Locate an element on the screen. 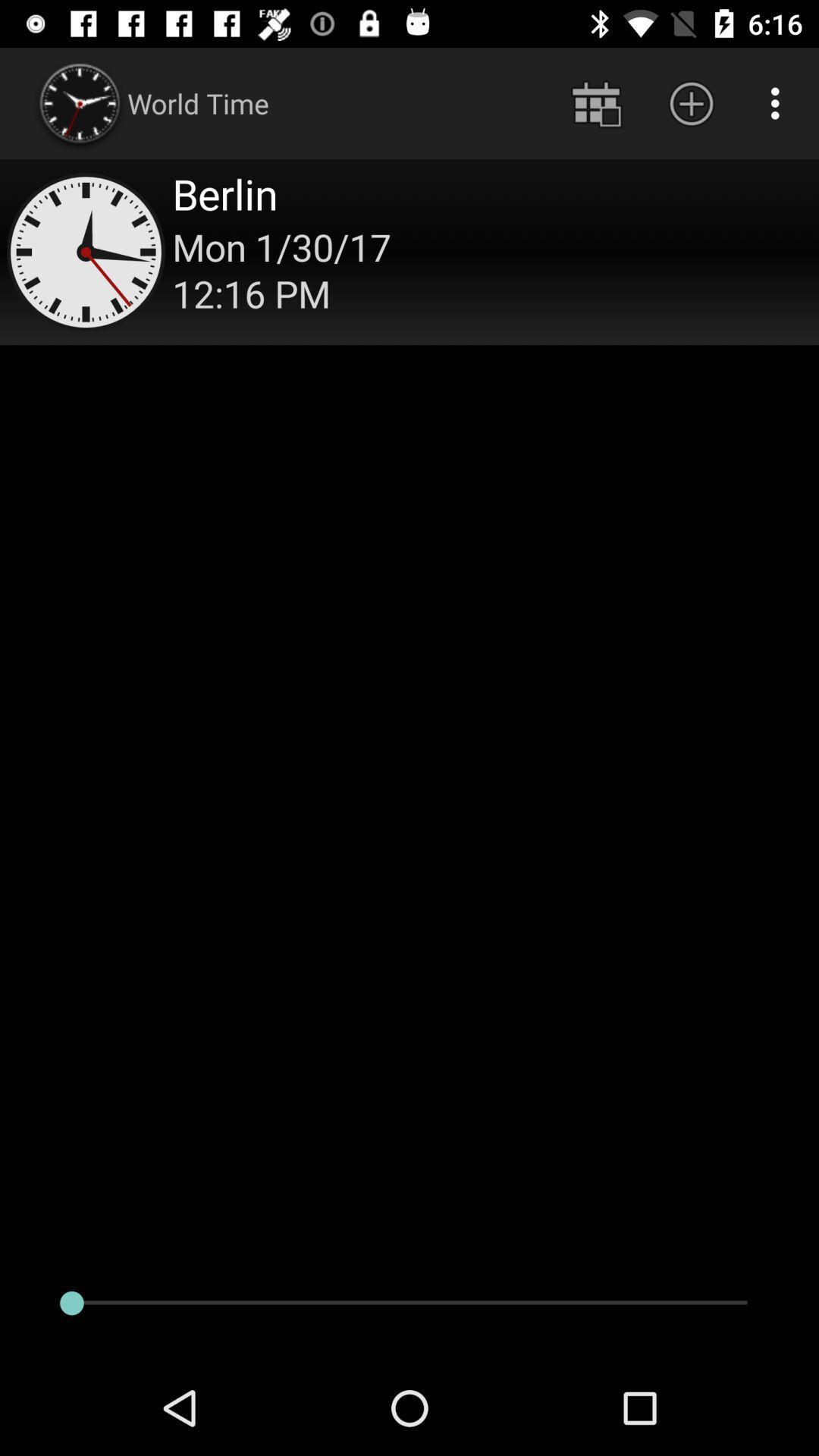  item next to the world time is located at coordinates (595, 102).